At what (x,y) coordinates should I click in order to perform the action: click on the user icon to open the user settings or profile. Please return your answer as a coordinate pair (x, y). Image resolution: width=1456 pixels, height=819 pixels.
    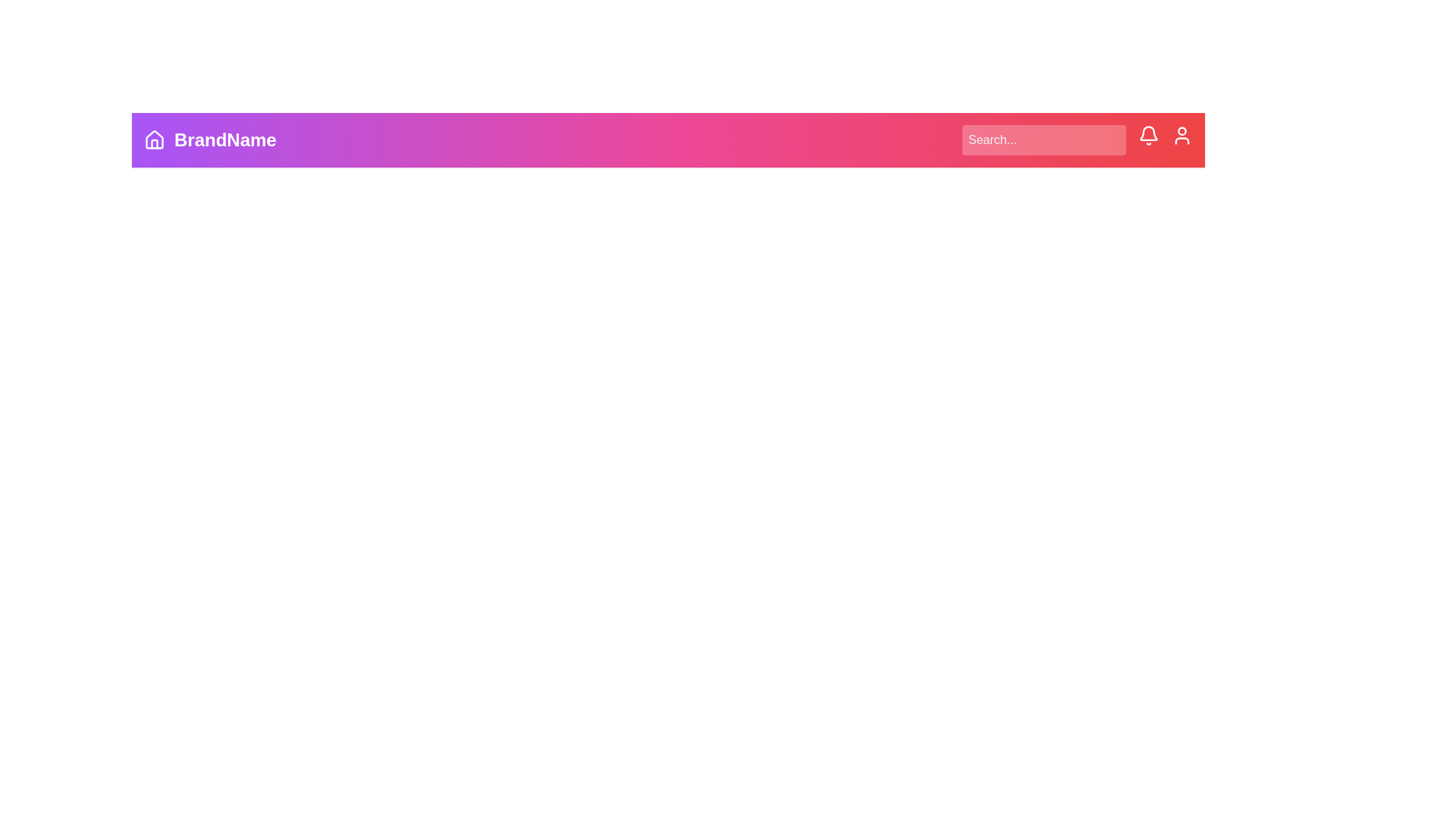
    Looking at the image, I should click on (1181, 134).